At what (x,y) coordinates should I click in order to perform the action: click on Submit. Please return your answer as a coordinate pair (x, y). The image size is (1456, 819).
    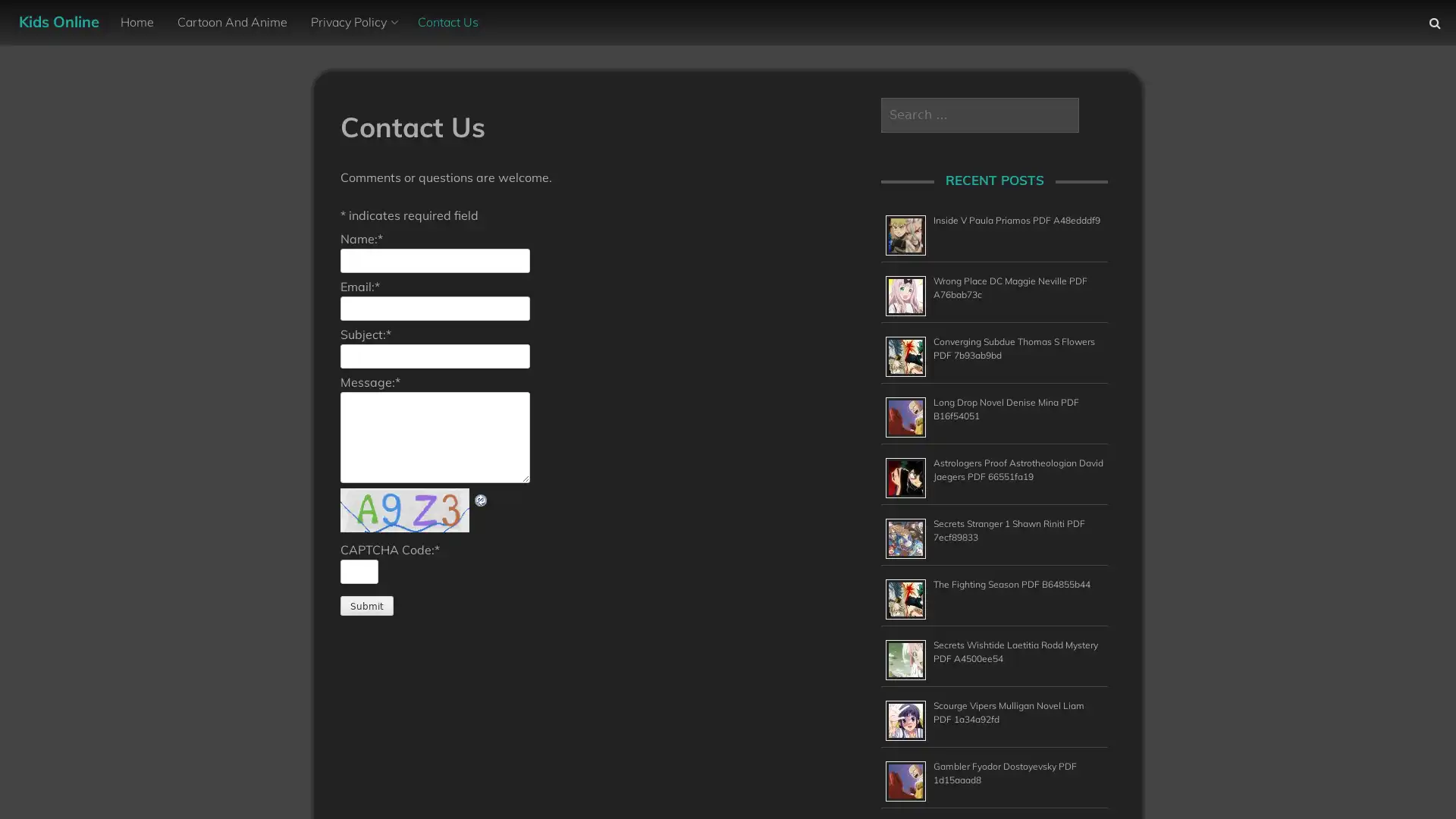
    Looking at the image, I should click on (367, 604).